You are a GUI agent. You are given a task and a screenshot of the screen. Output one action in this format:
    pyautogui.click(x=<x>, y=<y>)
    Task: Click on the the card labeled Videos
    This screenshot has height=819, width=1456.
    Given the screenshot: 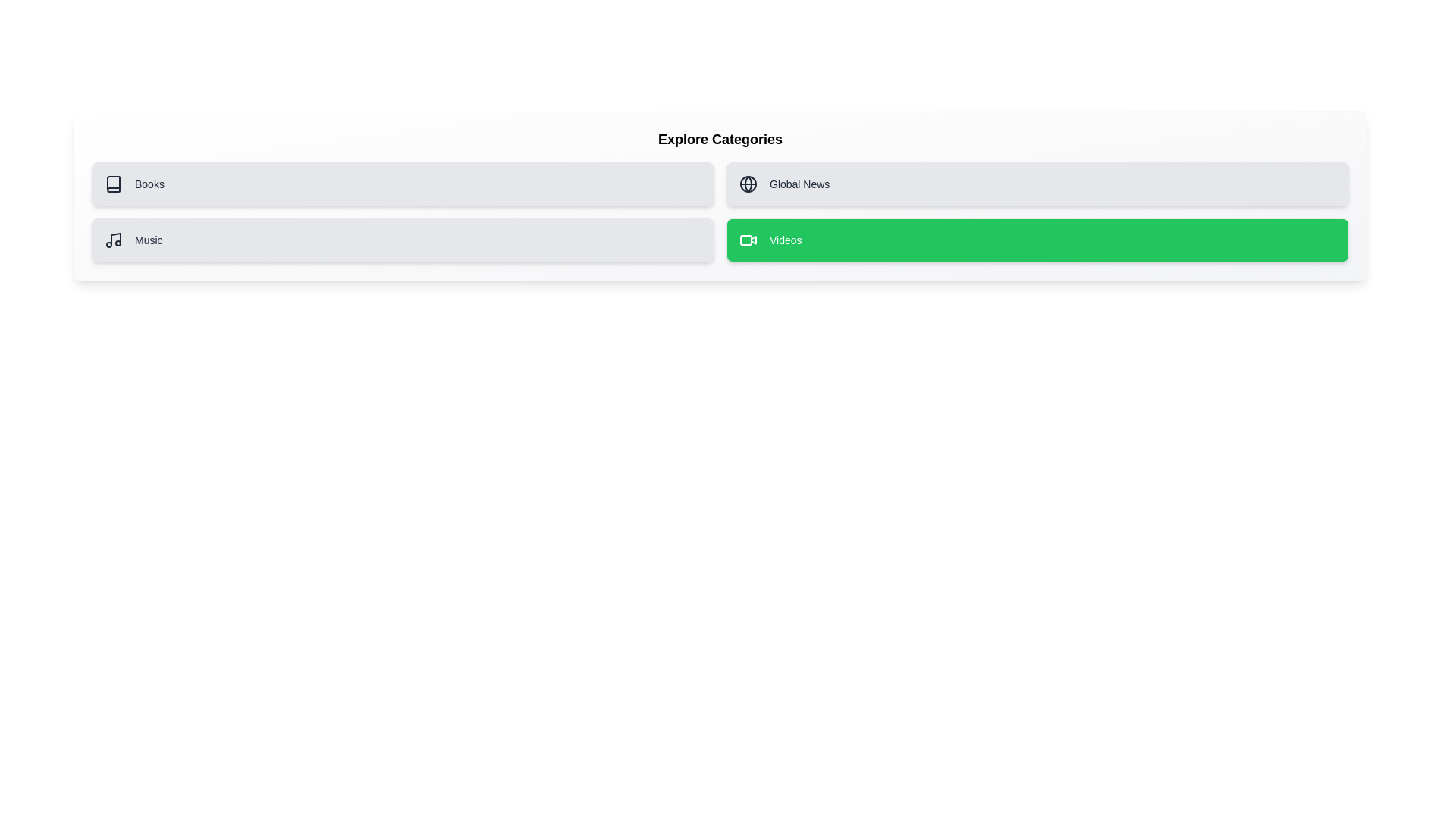 What is the action you would take?
    pyautogui.click(x=1037, y=239)
    